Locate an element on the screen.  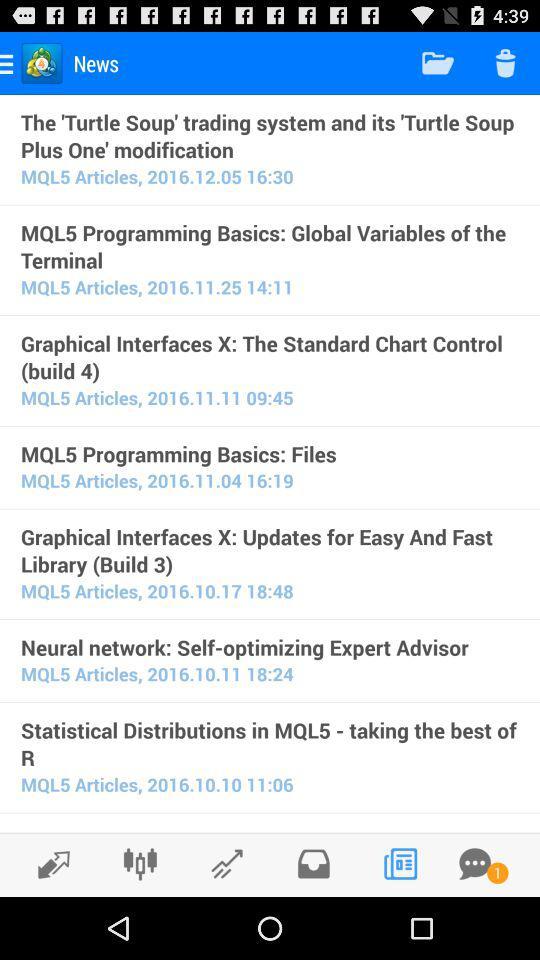
the item above the mql5 articles 2016 icon is located at coordinates (270, 134).